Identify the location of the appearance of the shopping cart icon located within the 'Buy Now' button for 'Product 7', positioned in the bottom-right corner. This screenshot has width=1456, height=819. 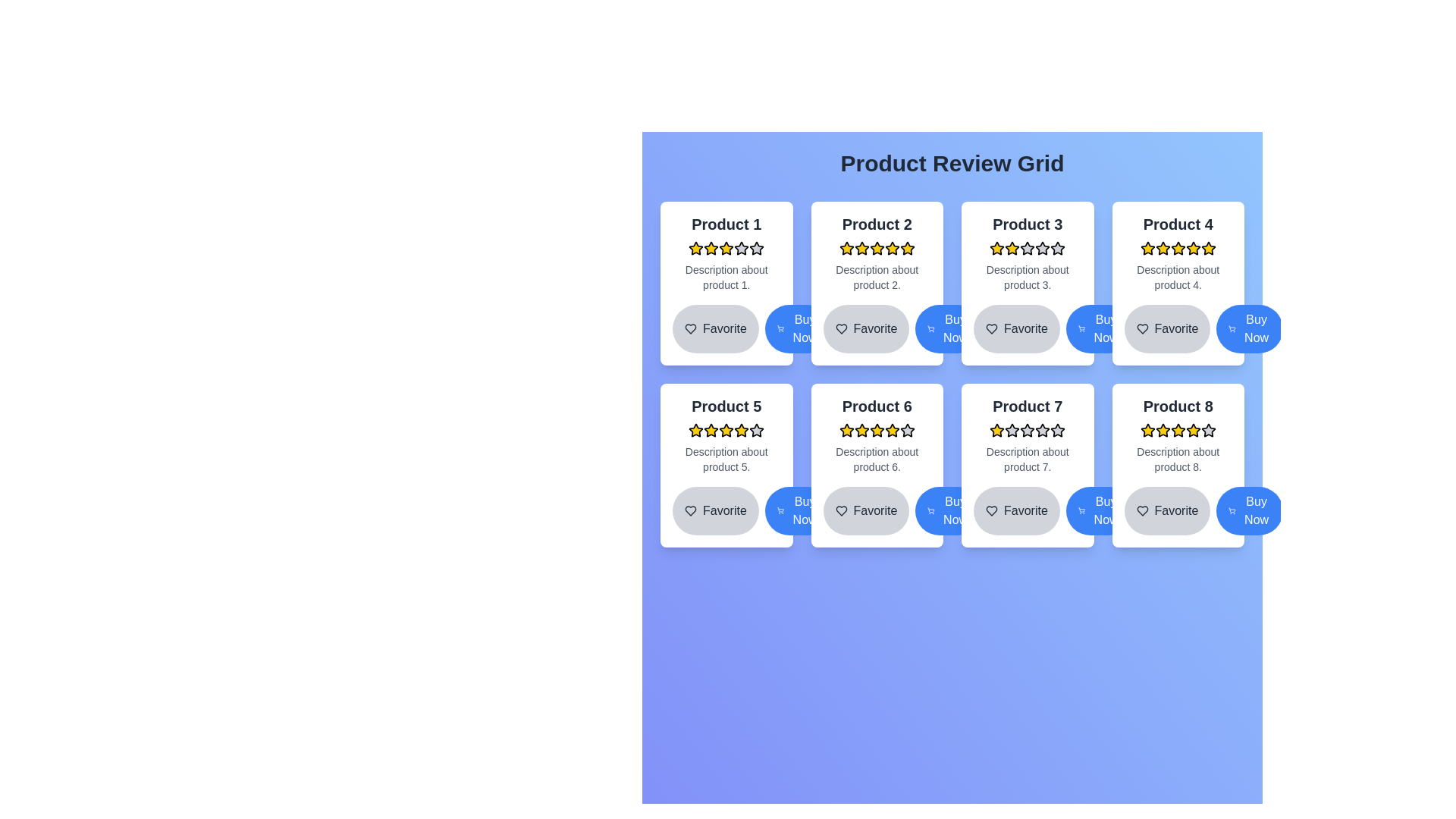
(1081, 511).